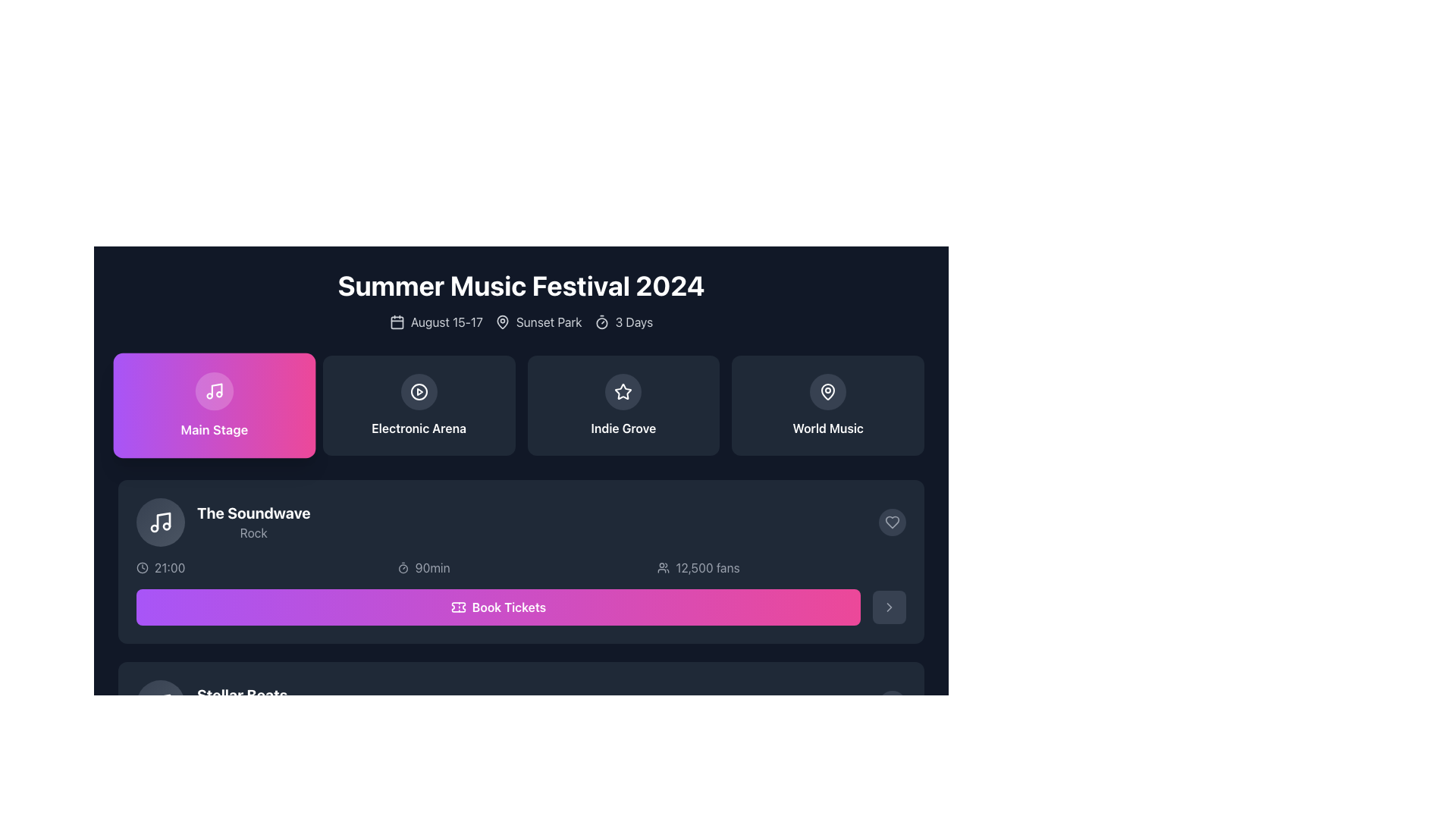 This screenshot has height=819, width=1456. Describe the element at coordinates (521, 301) in the screenshot. I see `event details from the header titled 'Summer Music Festival 2024', which is prominently styled in bold white text against a dark background and located at the top center of the layout` at that location.